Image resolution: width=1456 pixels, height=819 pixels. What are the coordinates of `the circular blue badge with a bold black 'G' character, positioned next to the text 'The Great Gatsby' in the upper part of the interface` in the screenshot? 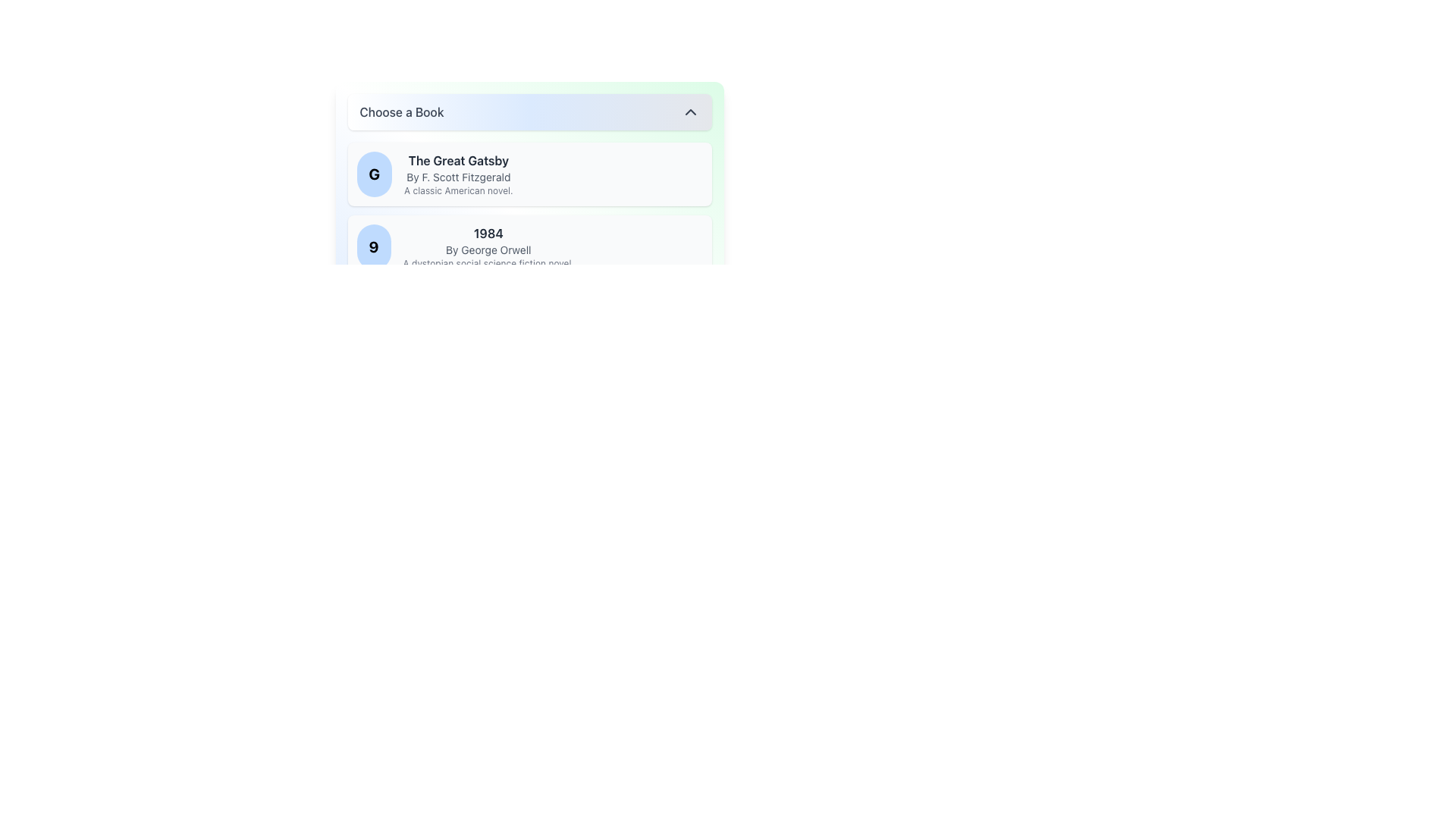 It's located at (374, 174).